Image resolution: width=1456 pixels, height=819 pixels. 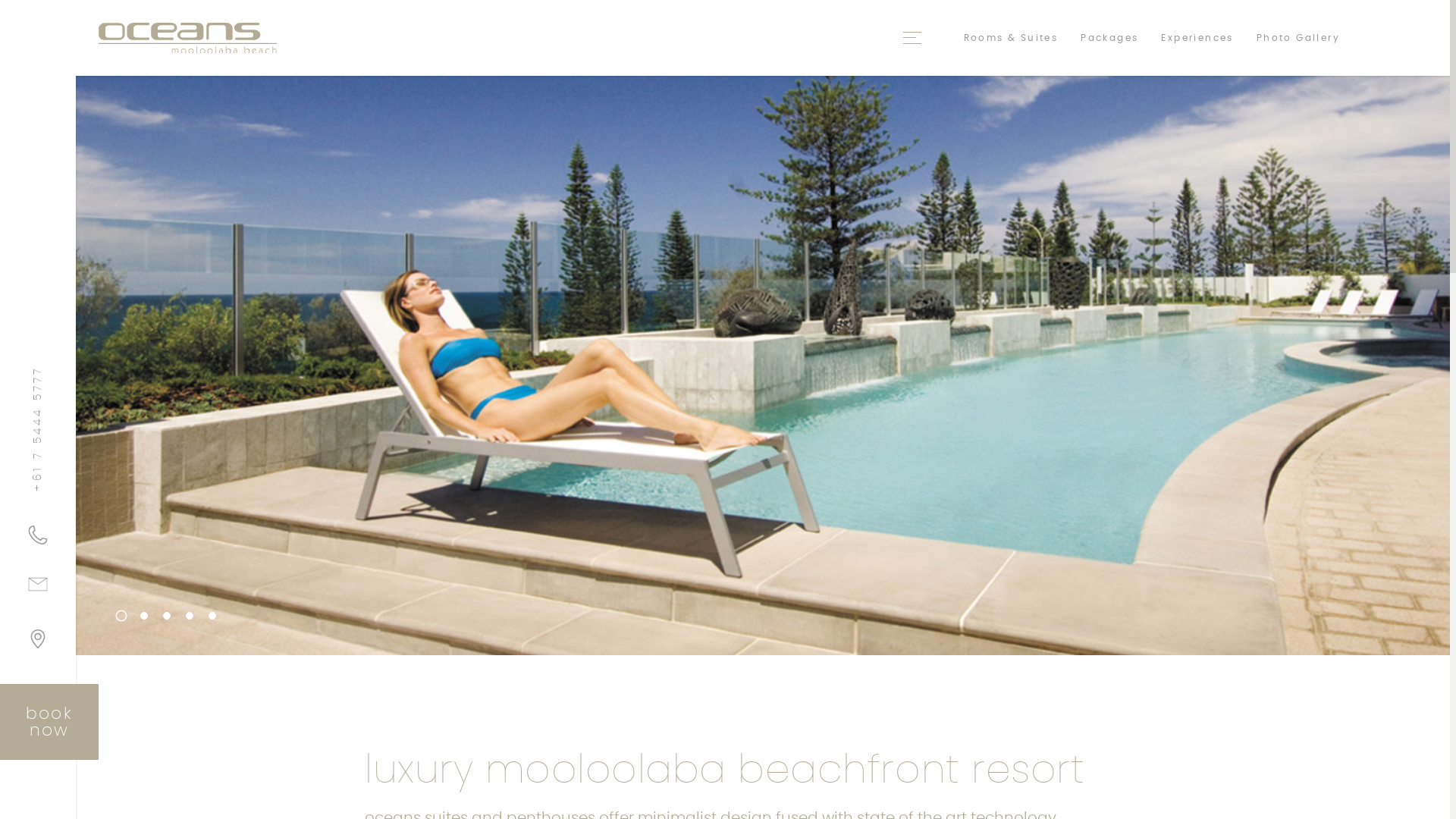 What do you see at coordinates (38, 644) in the screenshot?
I see `'Find Us'` at bounding box center [38, 644].